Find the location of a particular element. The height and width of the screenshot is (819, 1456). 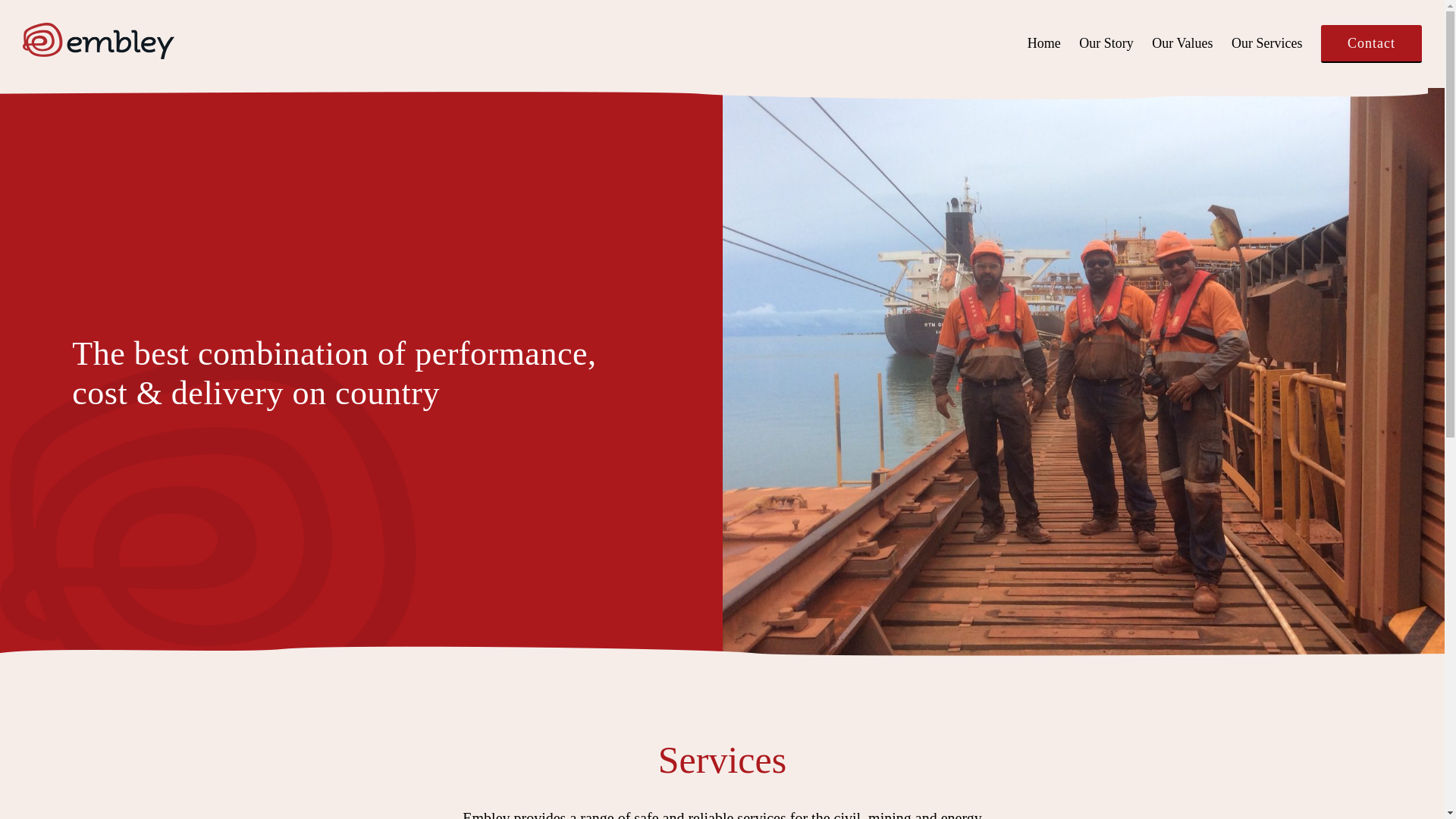

'Our Services' is located at coordinates (1266, 42).